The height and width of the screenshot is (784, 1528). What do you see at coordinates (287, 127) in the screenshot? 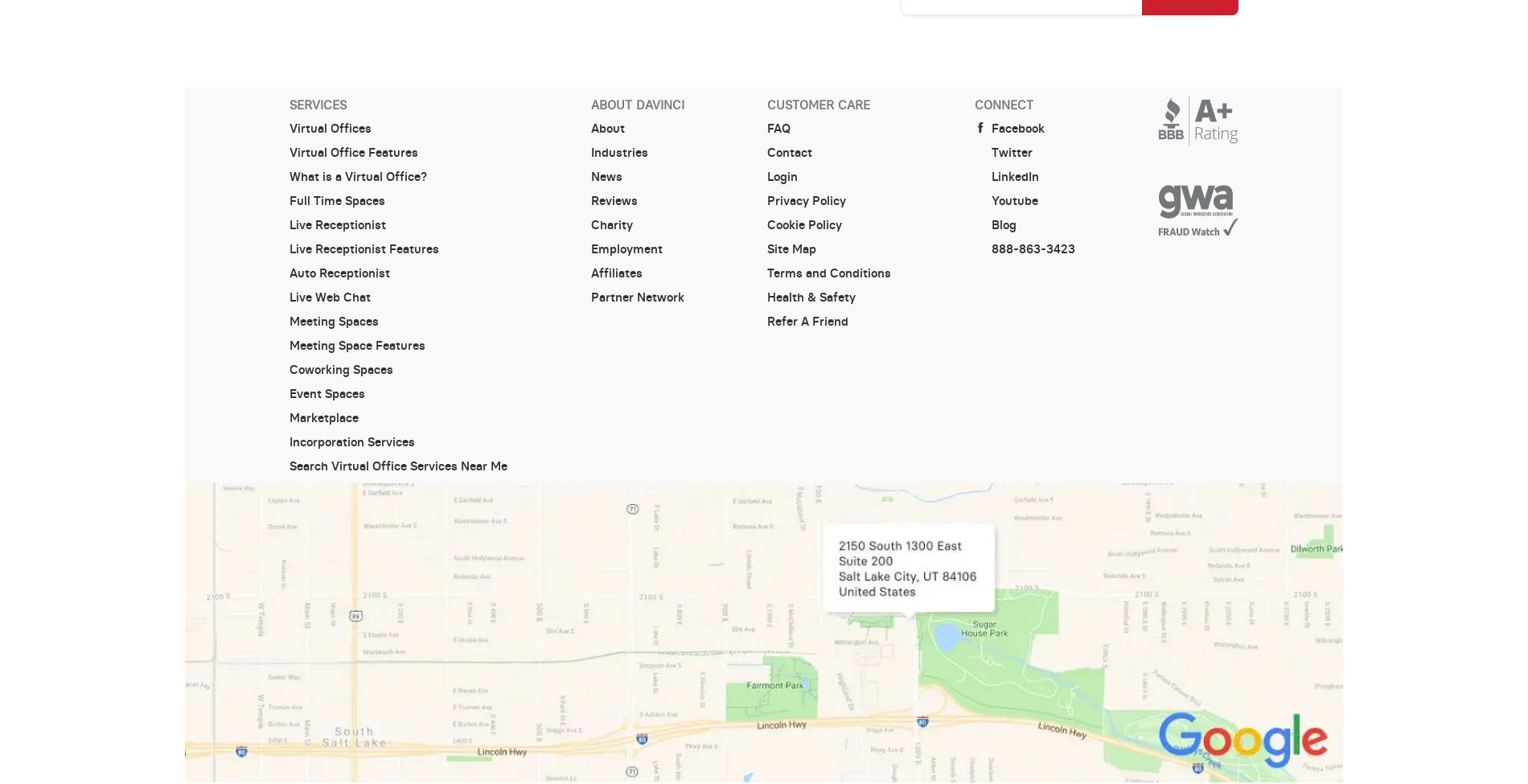
I see `'Virtual Offices'` at bounding box center [287, 127].